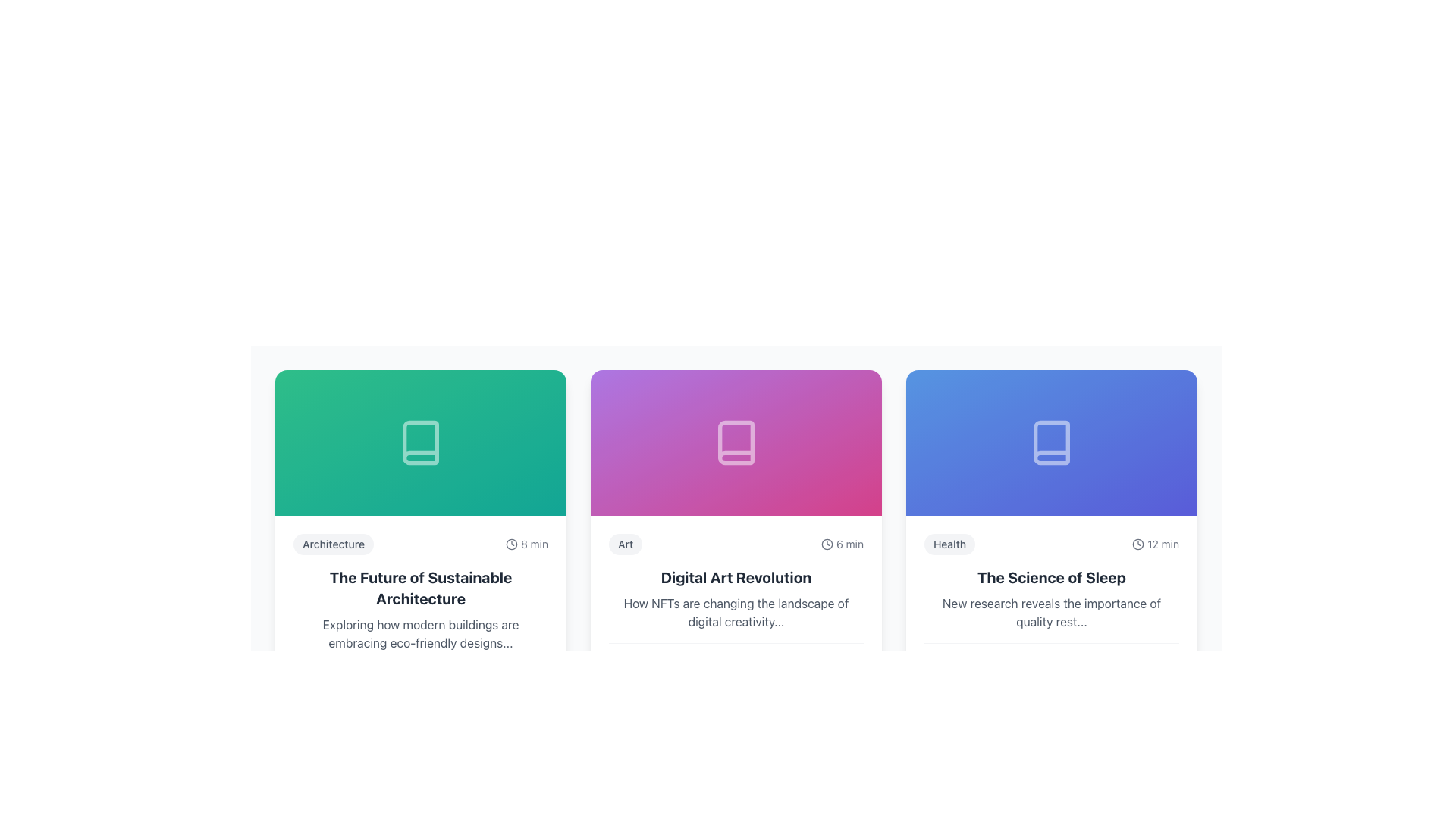 This screenshot has height=819, width=1456. I want to click on the outermost circular component of the clock-themed SVG graphic located at the top-right corner of 'The Future of Sustainable Architecture' card, so click(512, 543).